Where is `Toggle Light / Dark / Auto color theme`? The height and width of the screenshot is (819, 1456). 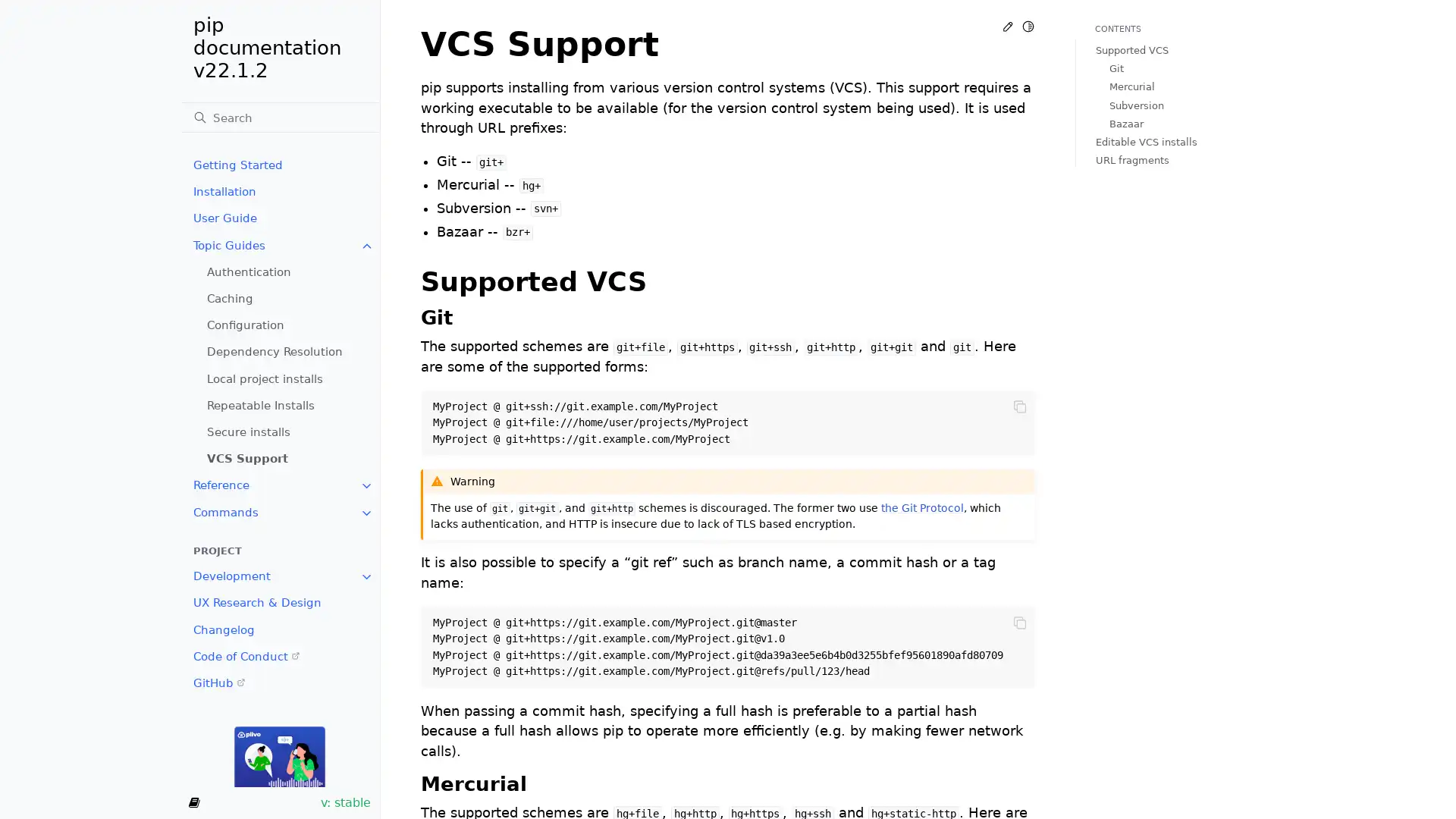 Toggle Light / Dark / Auto color theme is located at coordinates (1028, 26).